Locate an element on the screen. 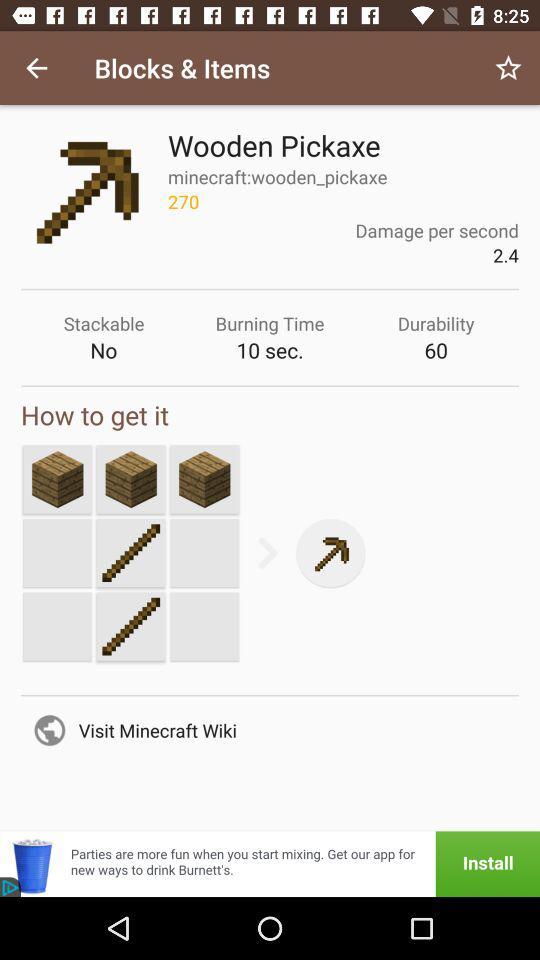  select box is located at coordinates (203, 479).